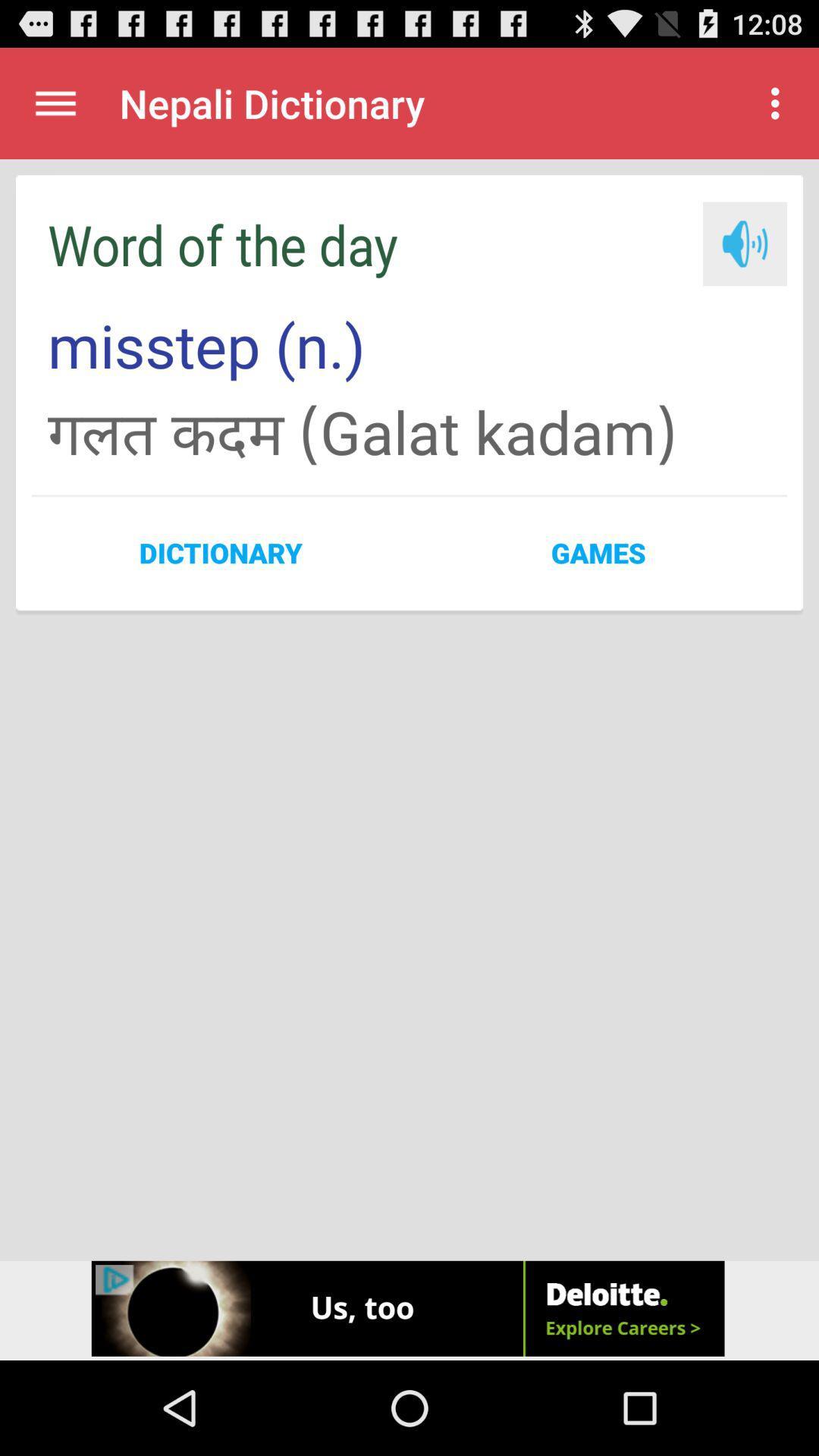 The height and width of the screenshot is (1456, 819). Describe the element at coordinates (744, 243) in the screenshot. I see `listen to audio` at that location.